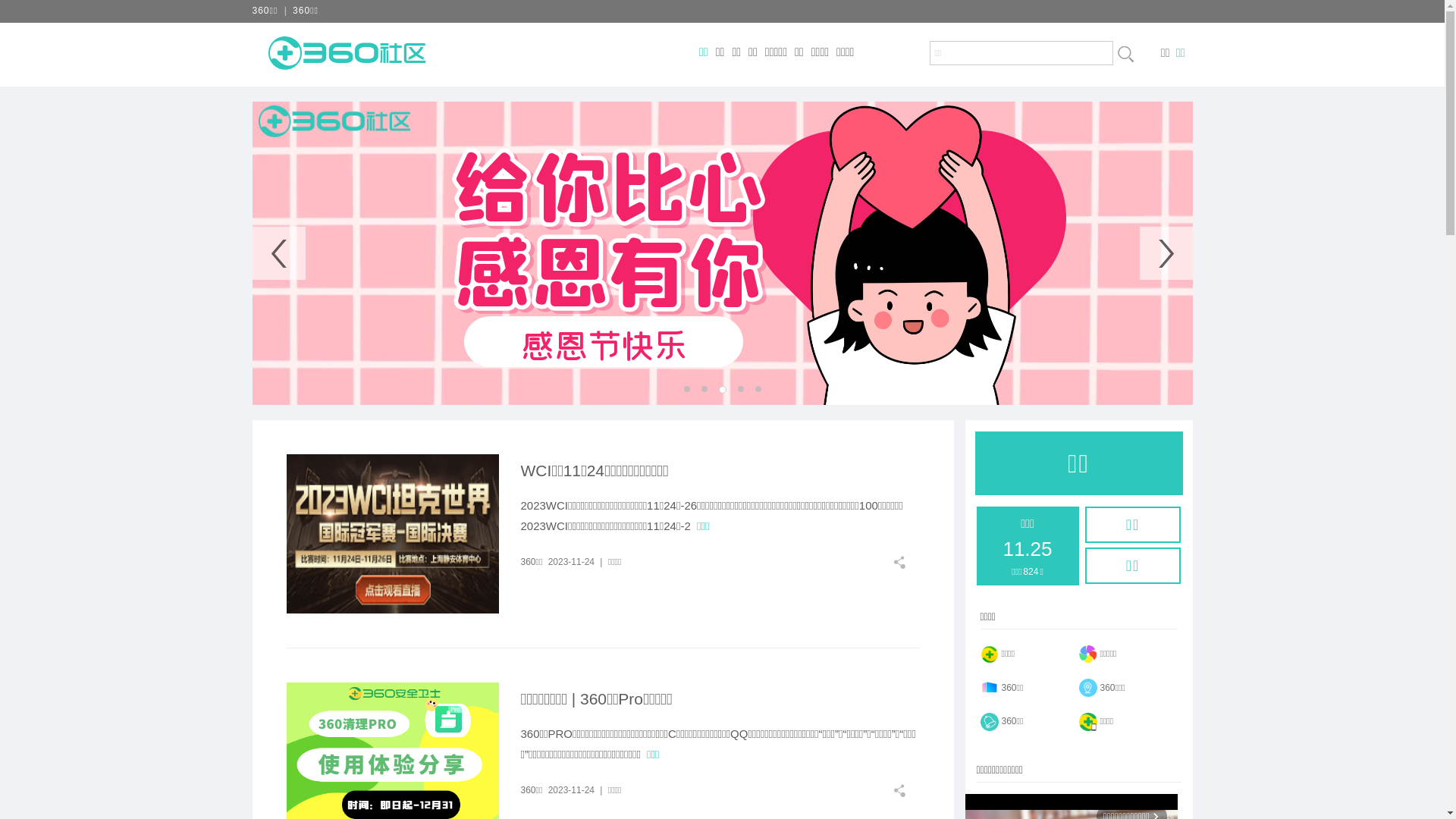 This screenshot has width=1456, height=819. I want to click on ' ', so click(1125, 52).